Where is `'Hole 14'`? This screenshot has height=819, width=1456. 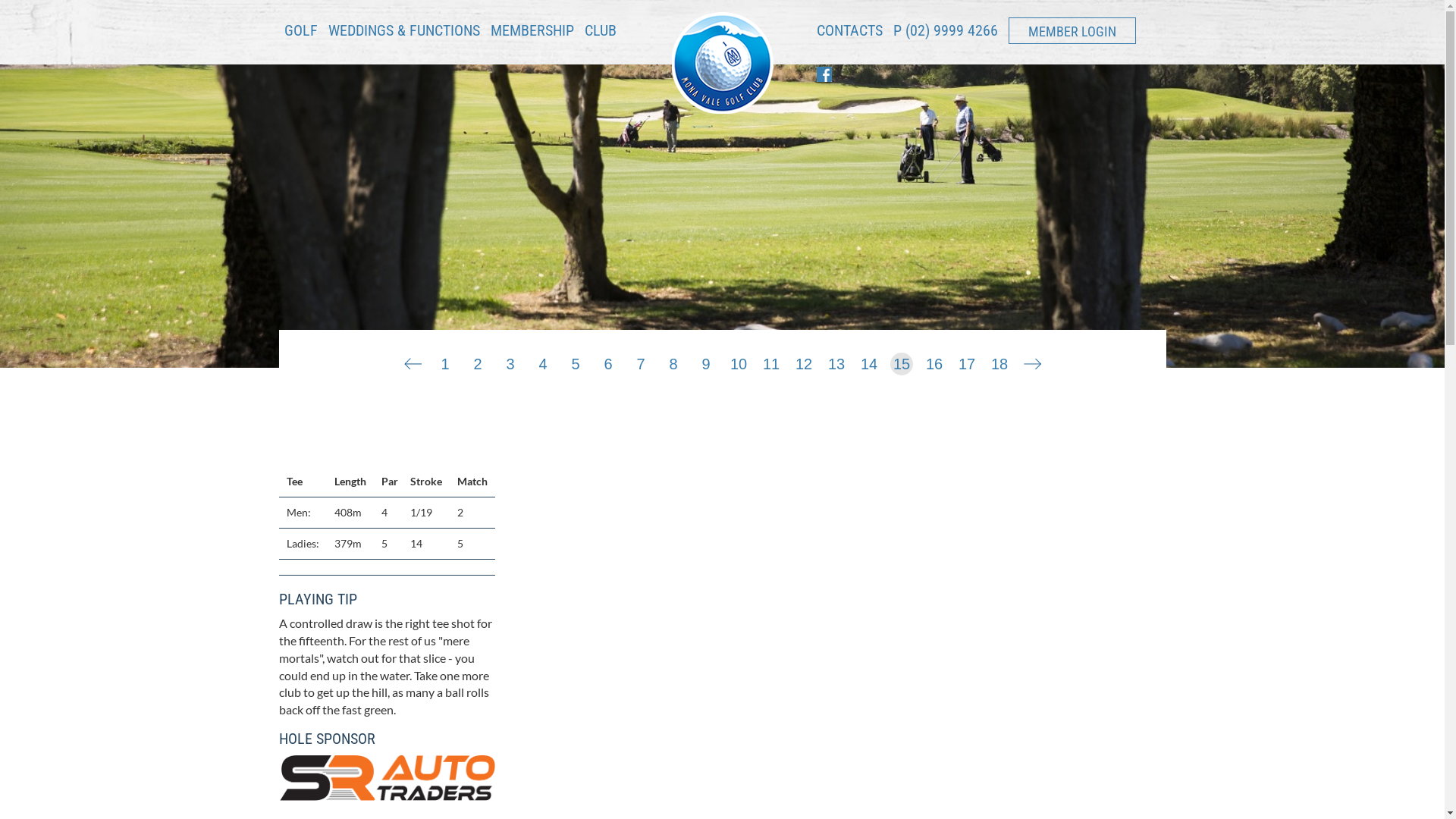 'Hole 14' is located at coordinates (412, 360).